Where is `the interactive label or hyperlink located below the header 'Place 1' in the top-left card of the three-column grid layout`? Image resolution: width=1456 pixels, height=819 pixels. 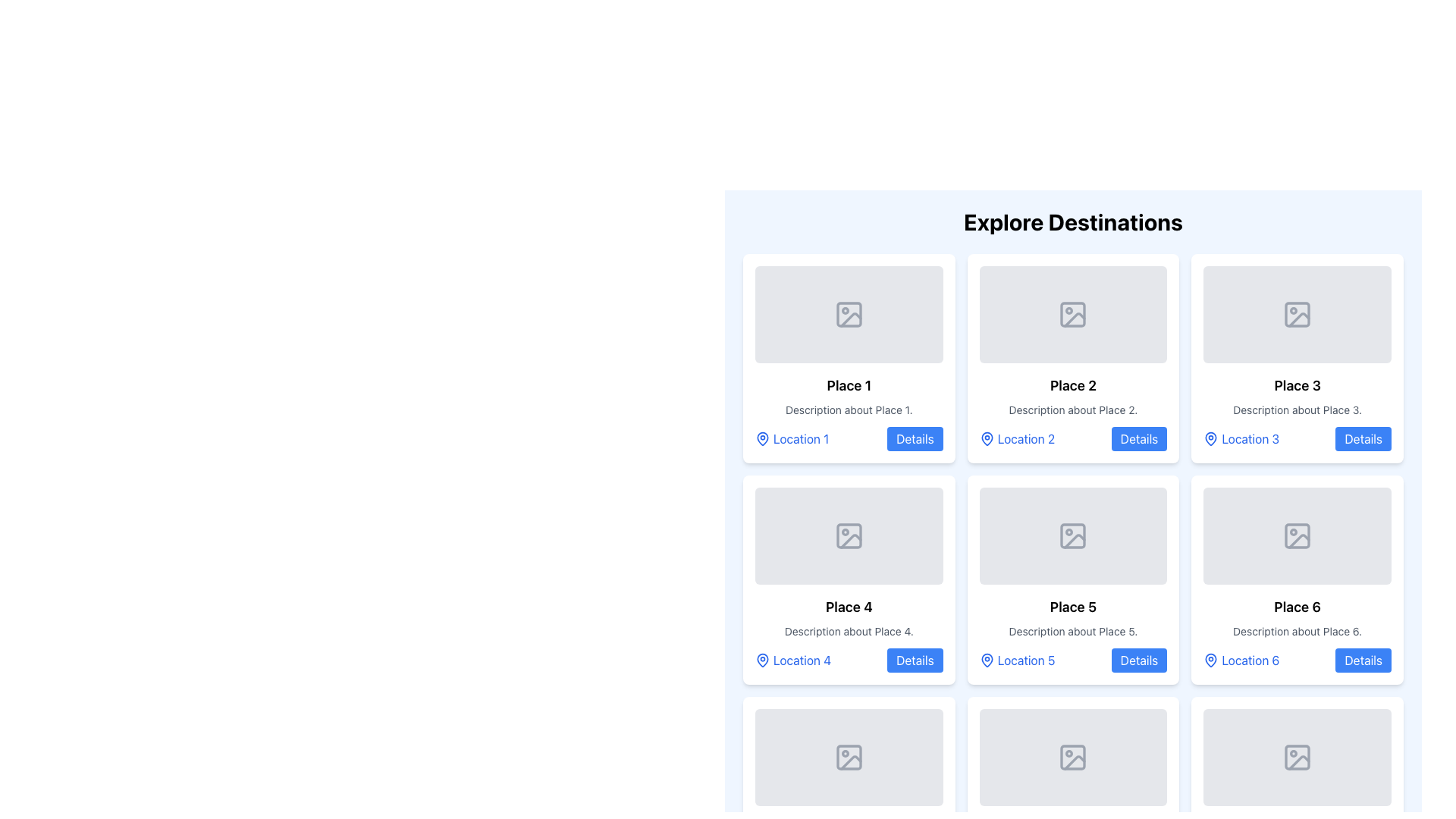 the interactive label or hyperlink located below the header 'Place 1' in the top-left card of the three-column grid layout is located at coordinates (791, 438).